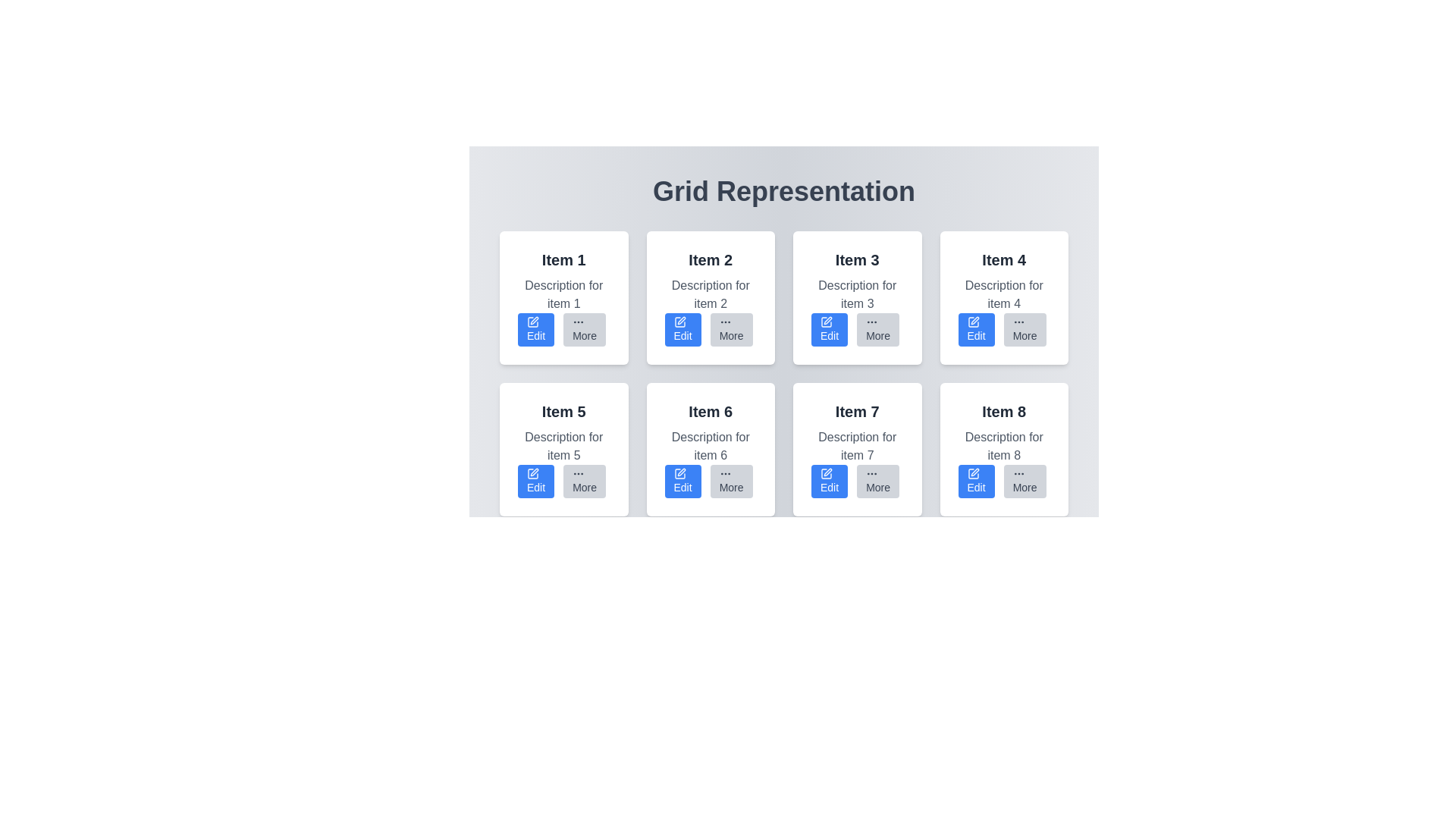 This screenshot has width=1456, height=819. Describe the element at coordinates (976, 632) in the screenshot. I see `the first button in the row of action buttons at the bottom of the card titled 'Item 8' to observe hover effects` at that location.